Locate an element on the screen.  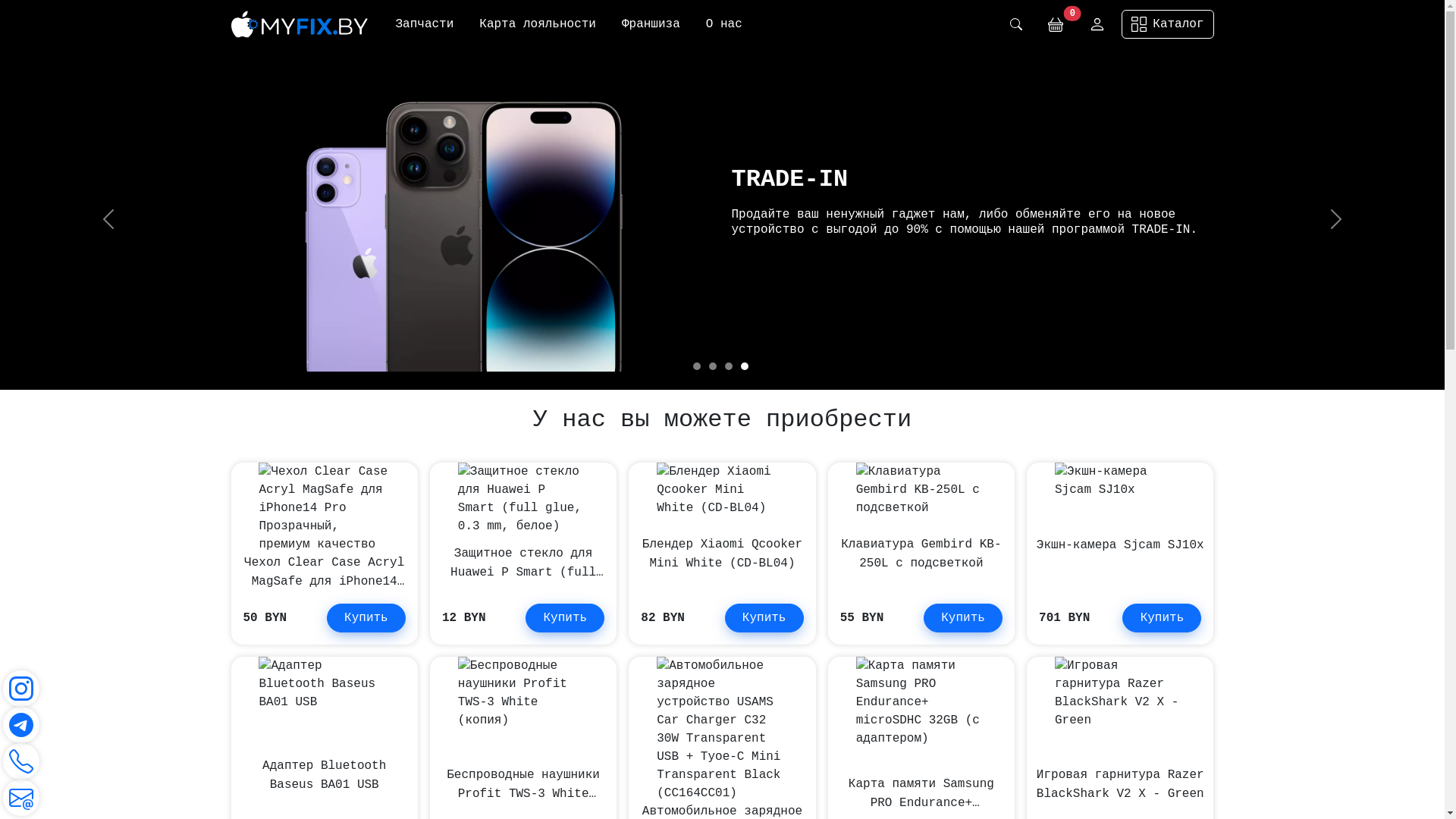
'0' is located at coordinates (1055, 24).